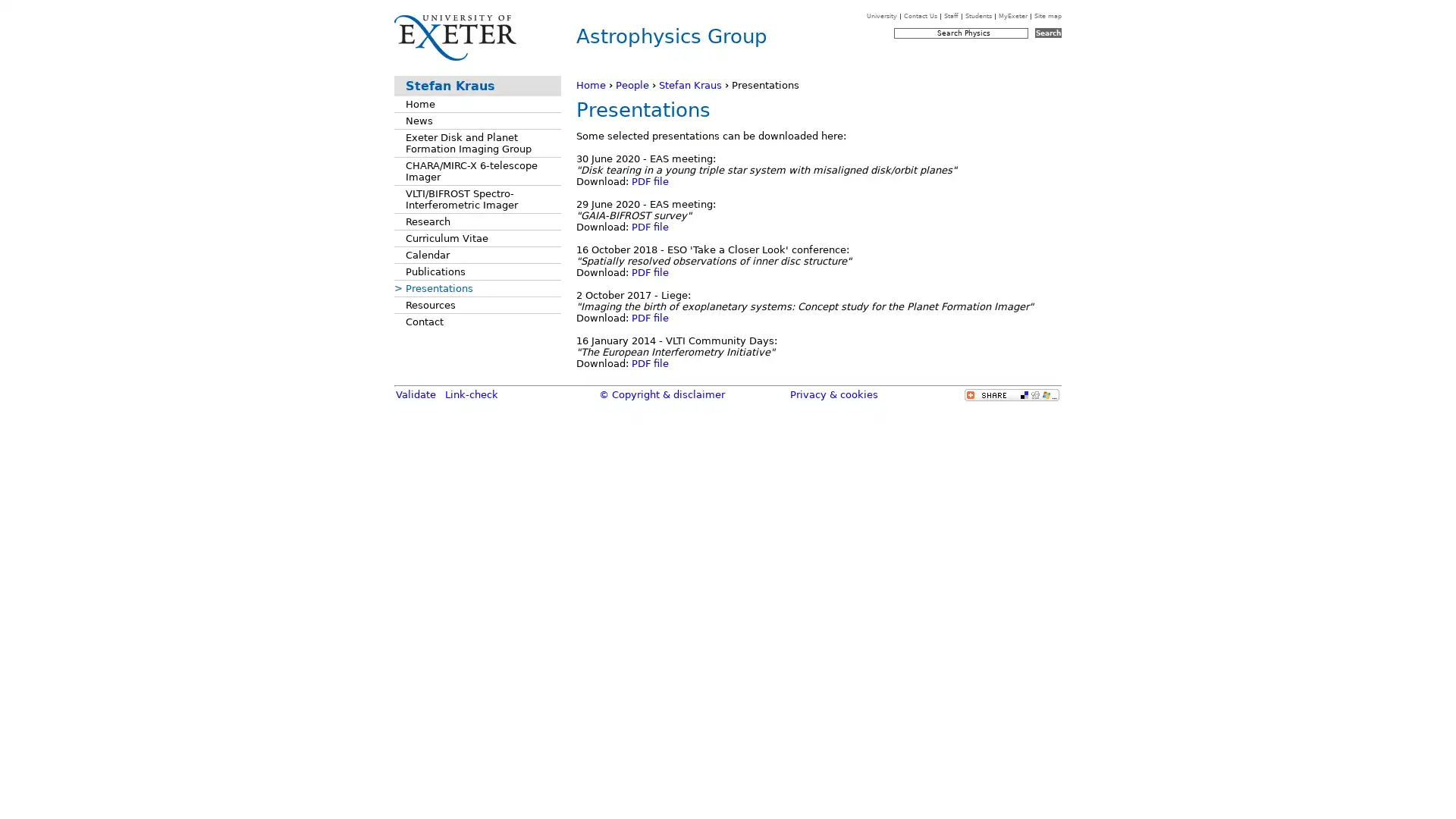  I want to click on Search, so click(1047, 33).